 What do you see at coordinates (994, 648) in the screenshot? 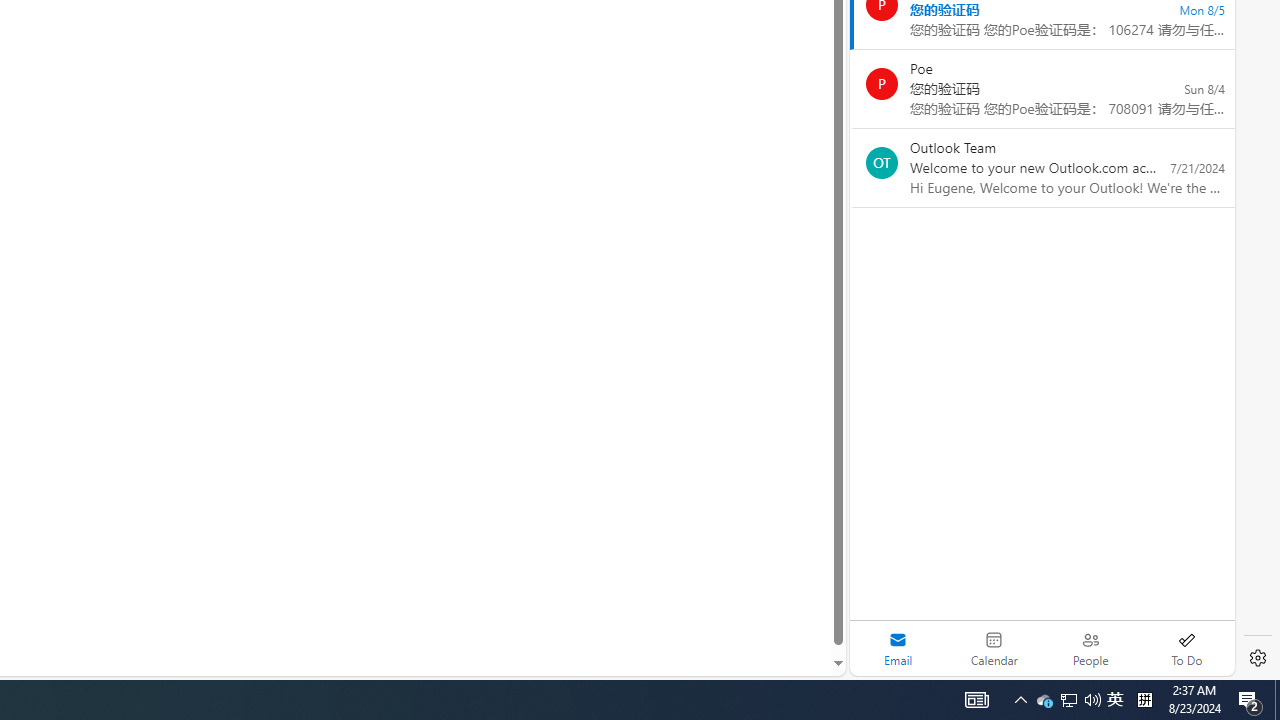
I see `'Calendar. Date today is 22'` at bounding box center [994, 648].